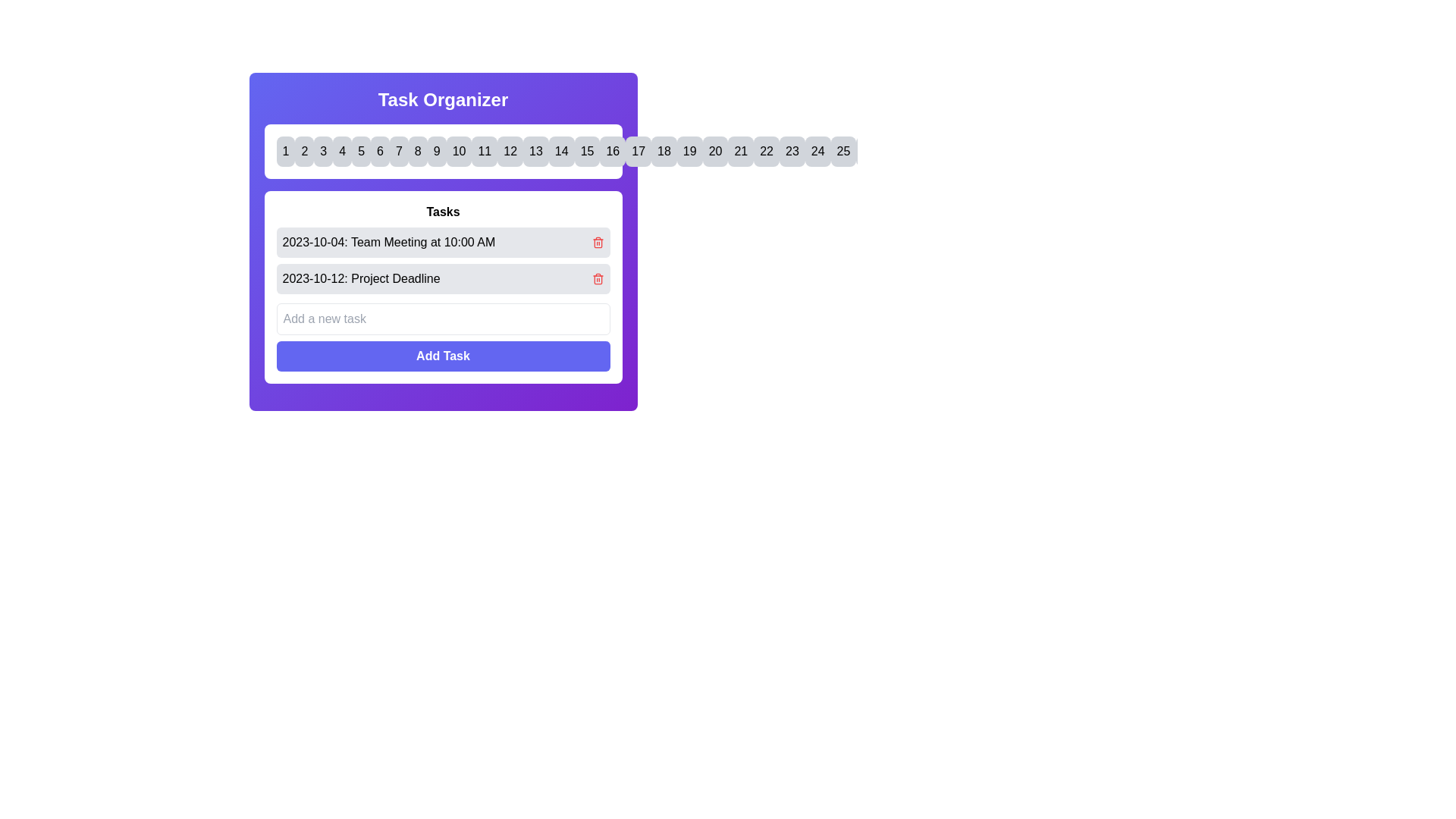  I want to click on the 18th numbered button in the horizontal list located at the top of the 'Task Organizer' section, so click(664, 152).